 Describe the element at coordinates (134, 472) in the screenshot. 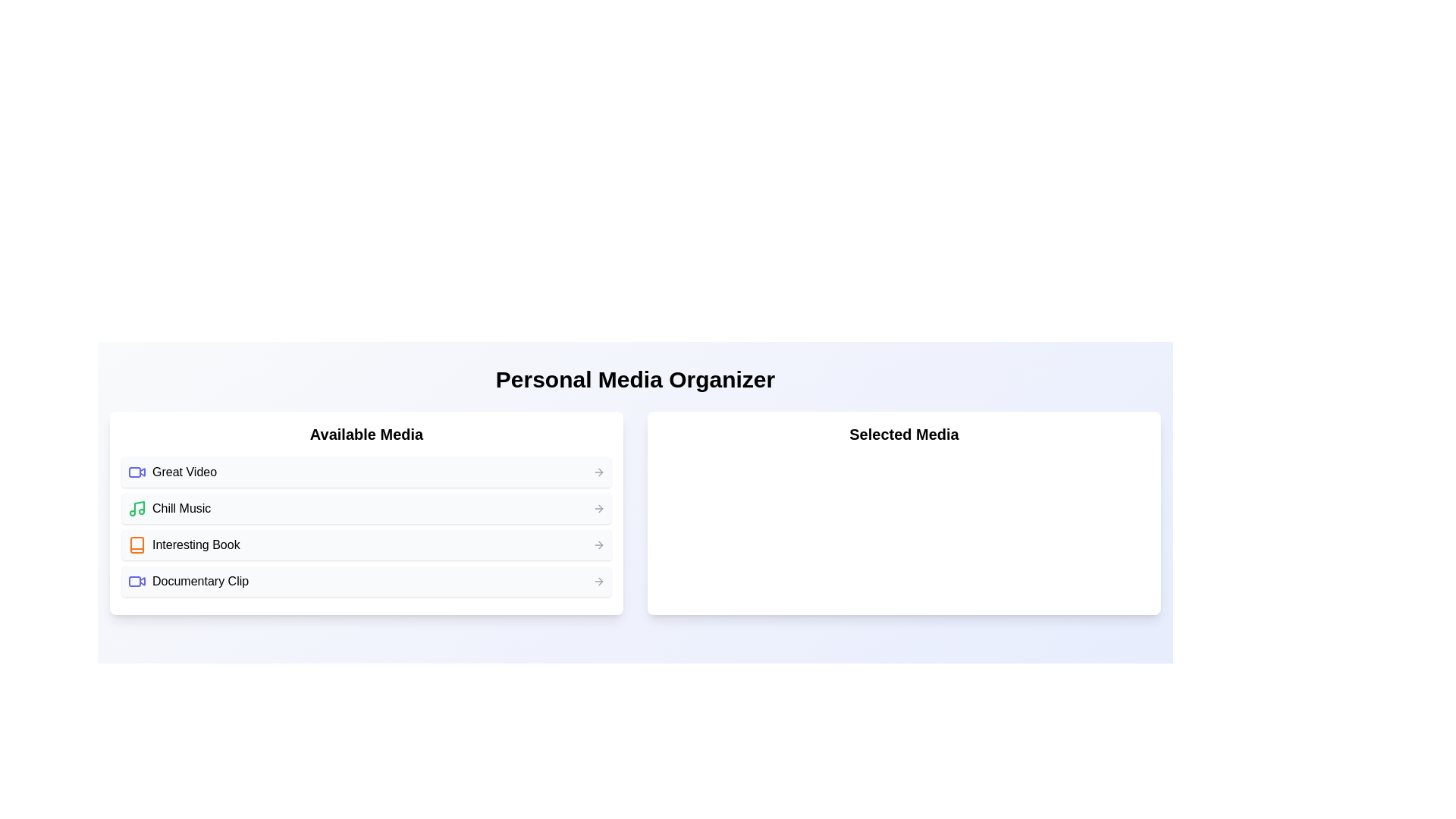

I see `the video camera icon in the media selection interface to observe the associated tooltip or label` at that location.